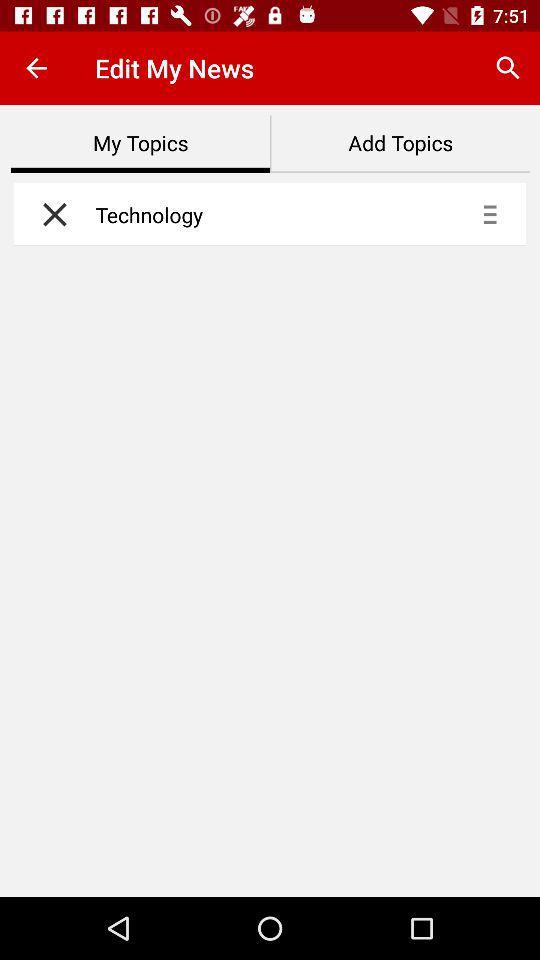  I want to click on remove topic technology, so click(49, 214).